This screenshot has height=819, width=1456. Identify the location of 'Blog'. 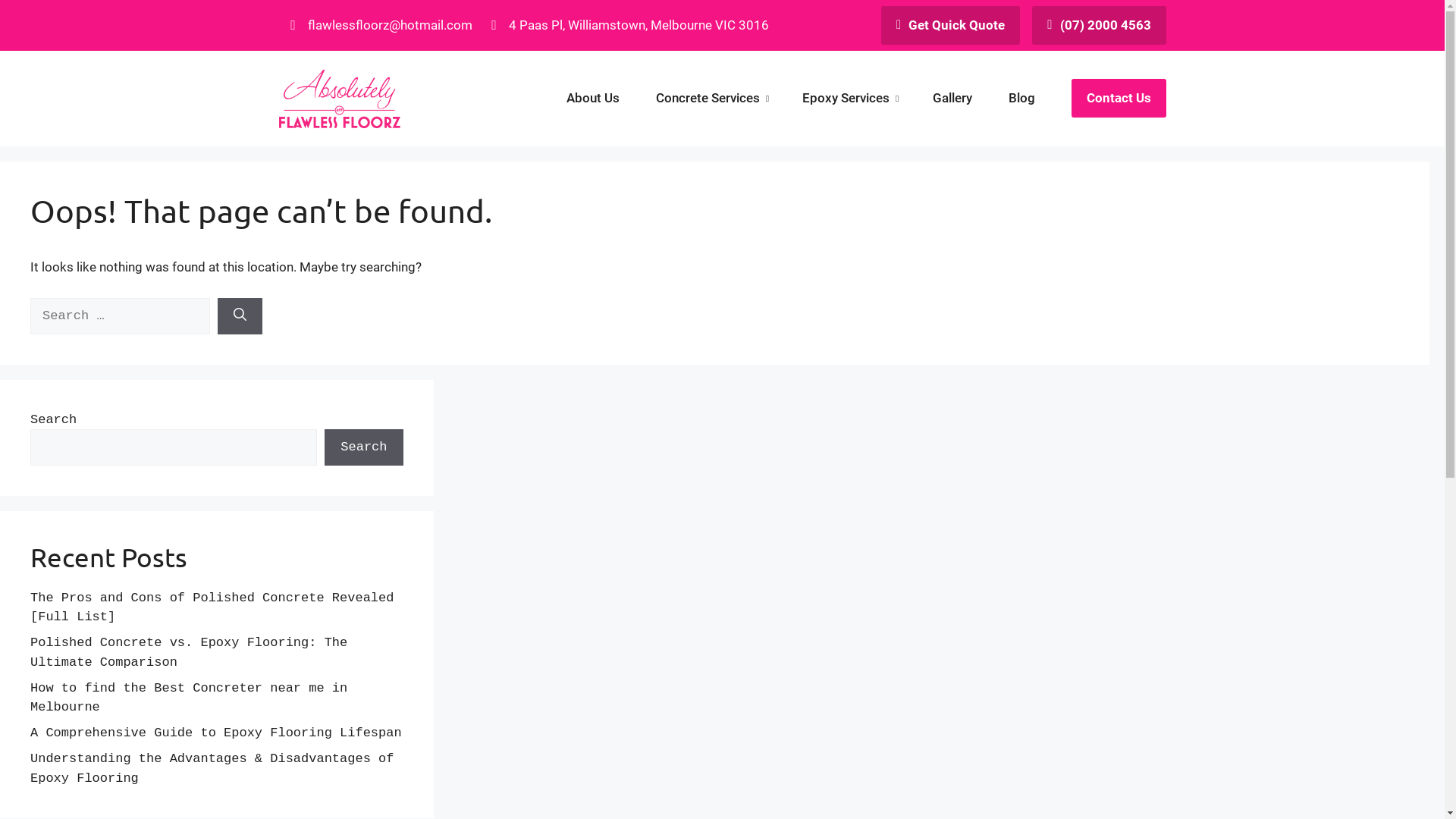
(1021, 99).